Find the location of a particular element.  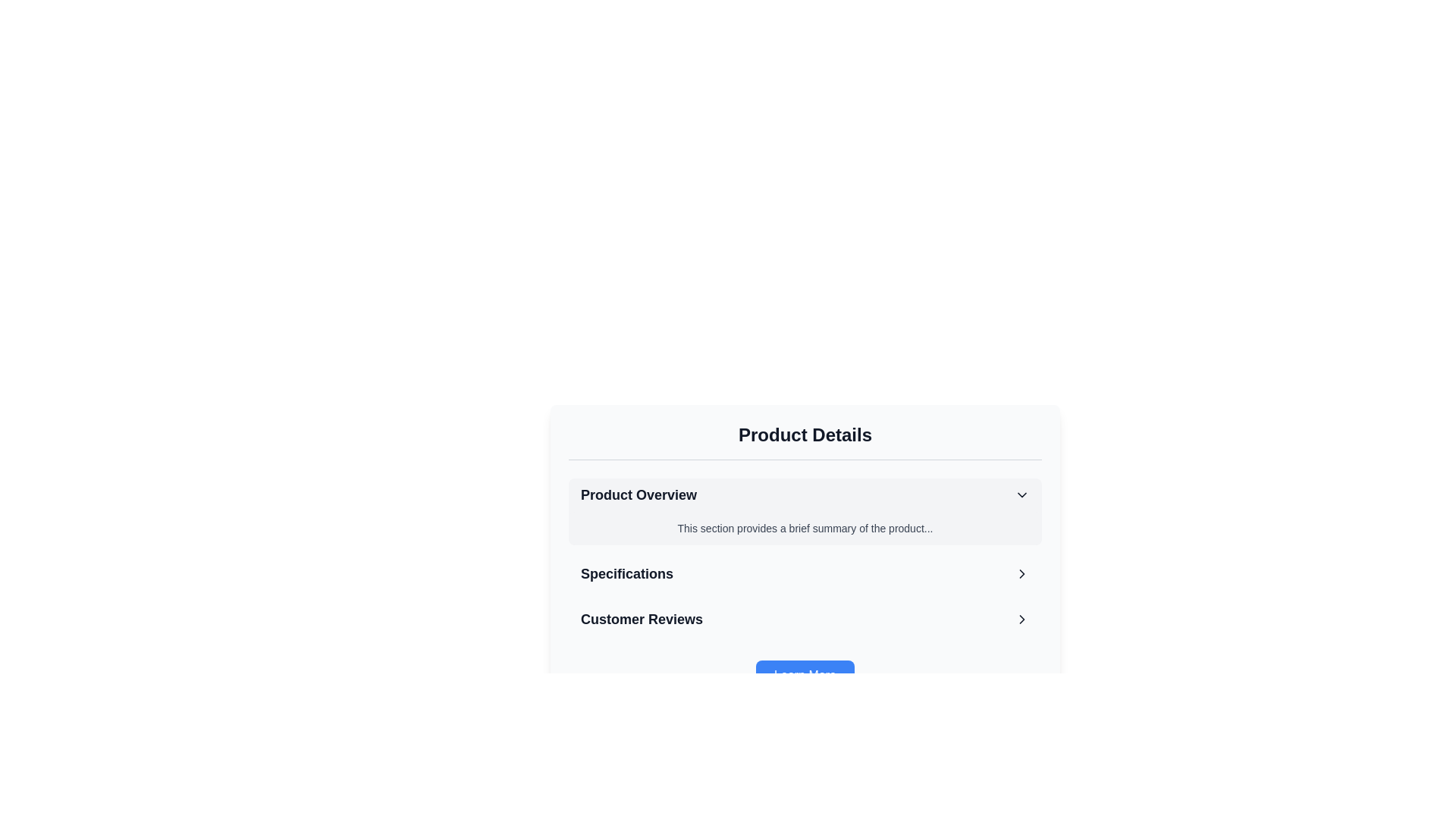

the chevron icon located on the far right side of the Specification section, which is aligned horizontally with the Specification text label is located at coordinates (1022, 573).